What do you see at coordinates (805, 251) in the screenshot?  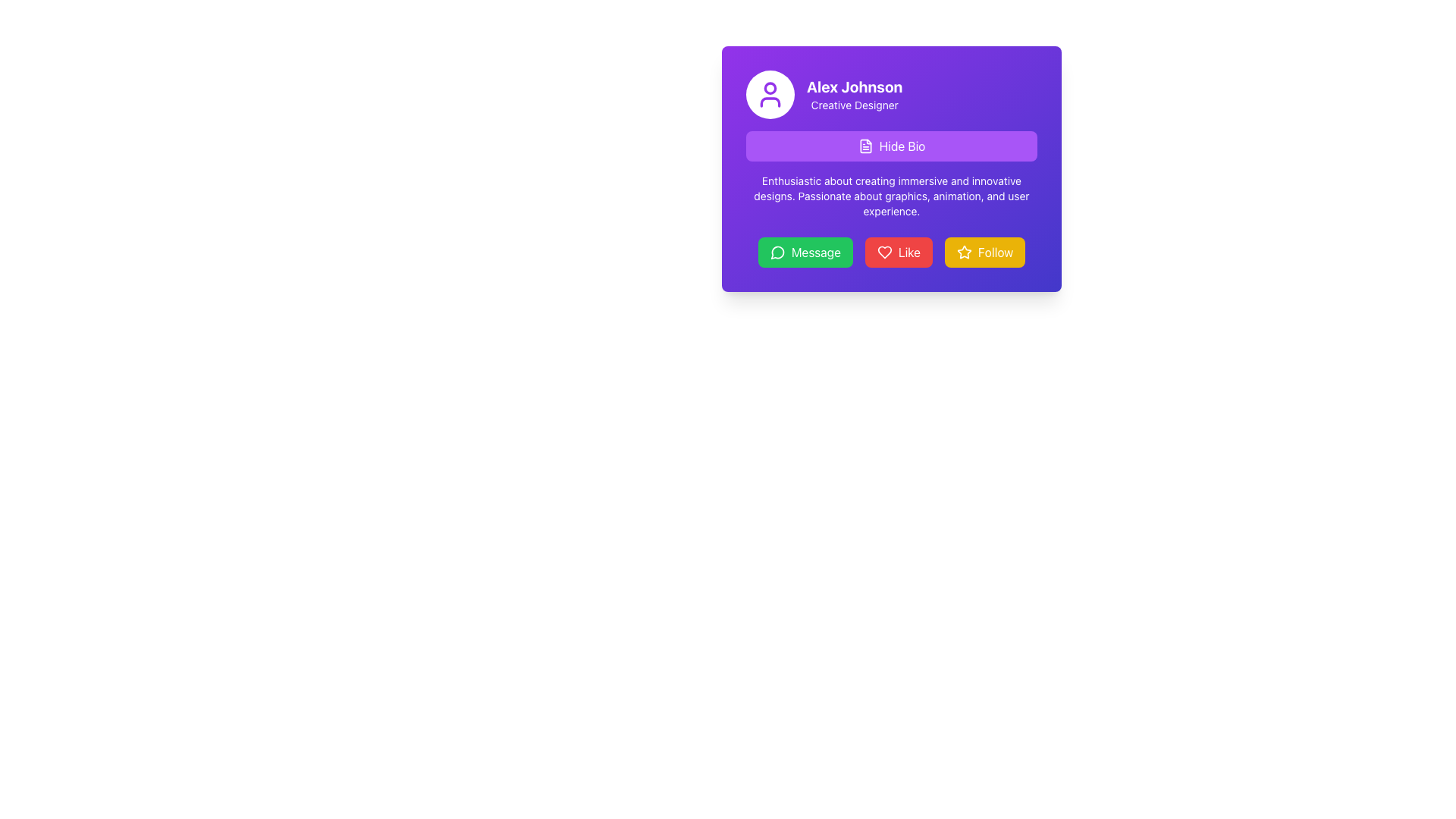 I see `the leftmost button in the row of three buttons below the user profile card` at bounding box center [805, 251].